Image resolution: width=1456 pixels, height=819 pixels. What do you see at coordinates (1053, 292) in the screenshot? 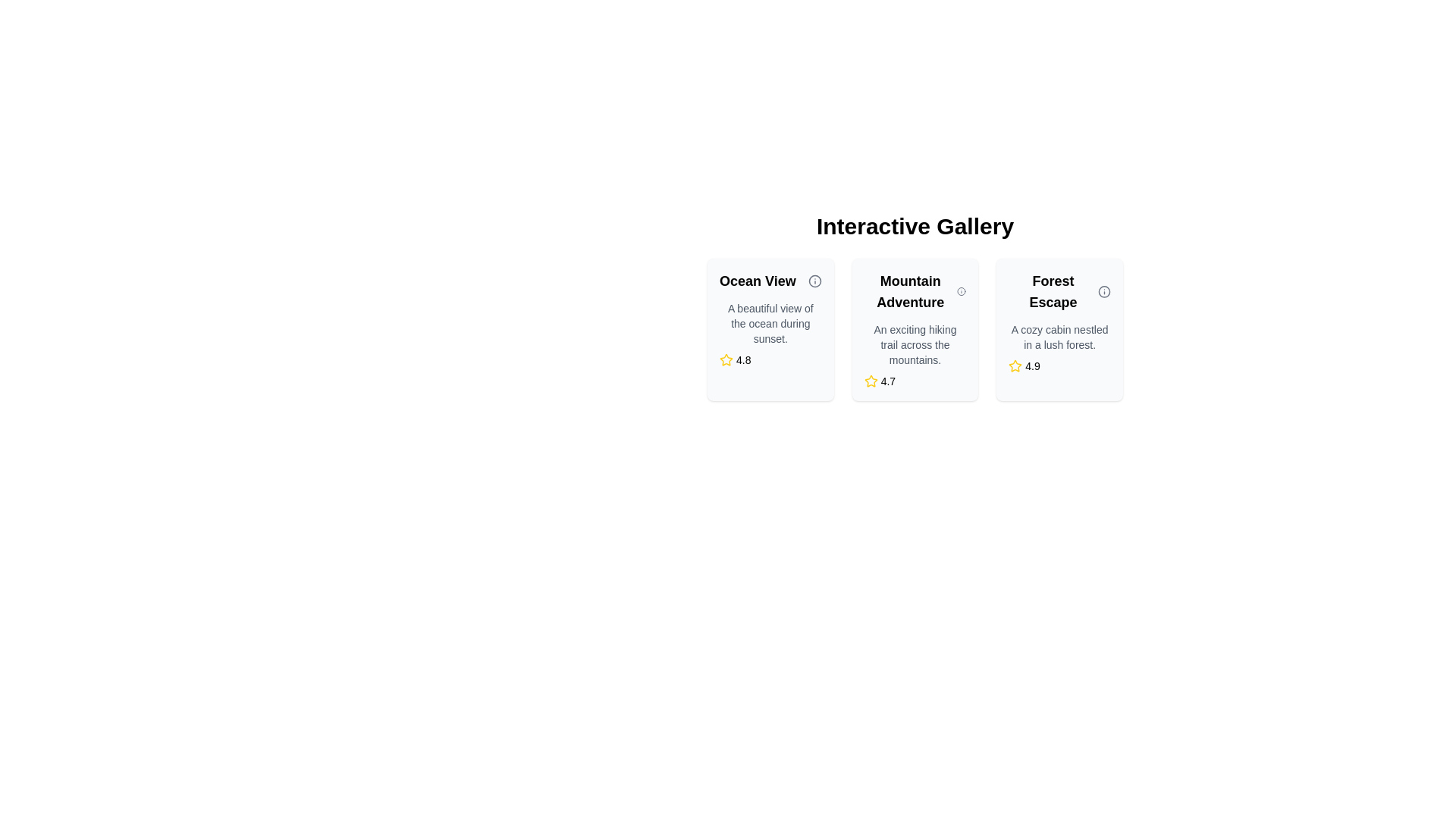
I see `the prominent text label 'Forest Escape' located at the center-top of the rightmost card in a set of three horizontally arranged cards` at bounding box center [1053, 292].